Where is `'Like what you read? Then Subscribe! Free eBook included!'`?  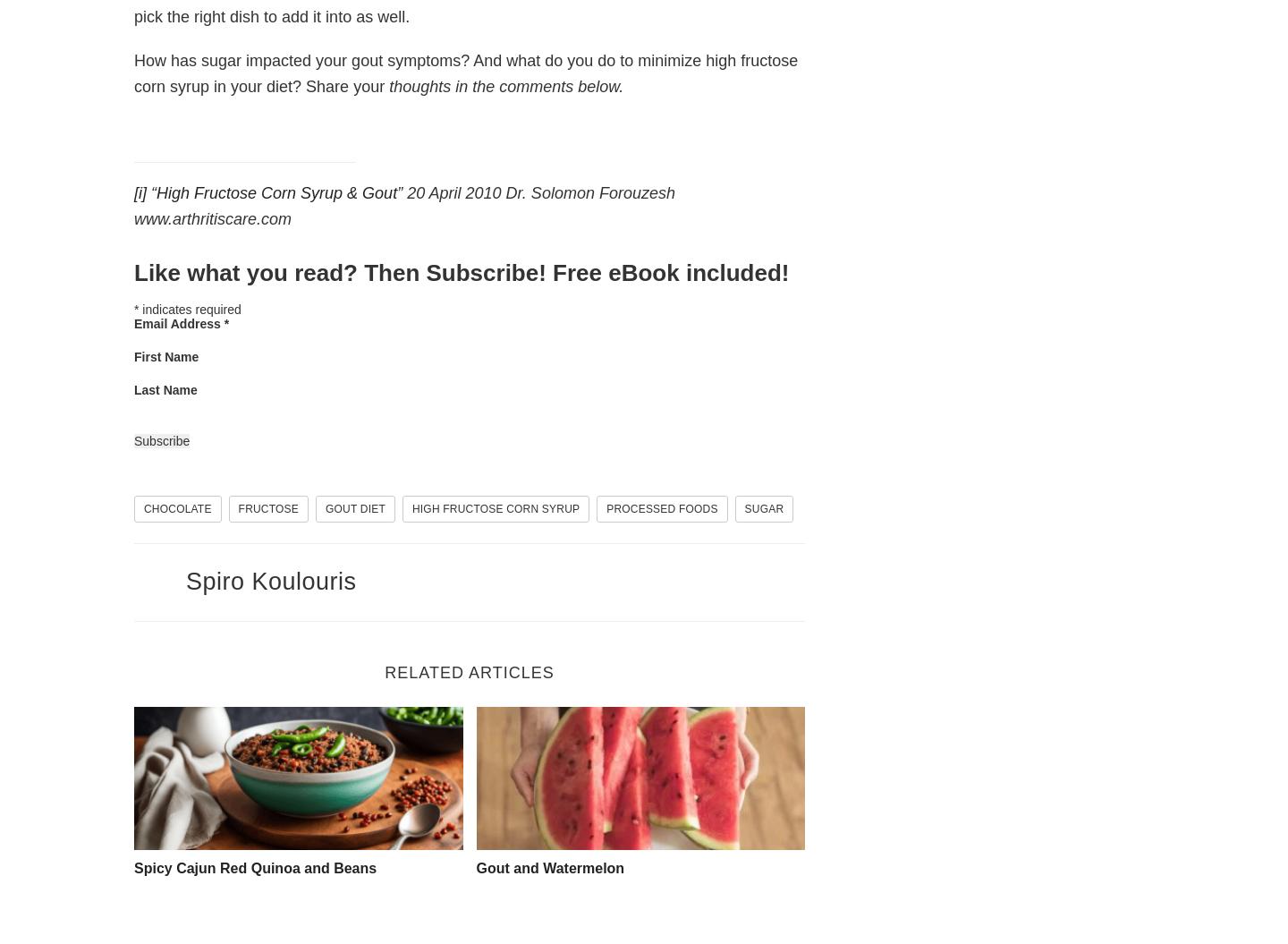
'Like what you read? Then Subscribe! Free eBook included!' is located at coordinates (460, 271).